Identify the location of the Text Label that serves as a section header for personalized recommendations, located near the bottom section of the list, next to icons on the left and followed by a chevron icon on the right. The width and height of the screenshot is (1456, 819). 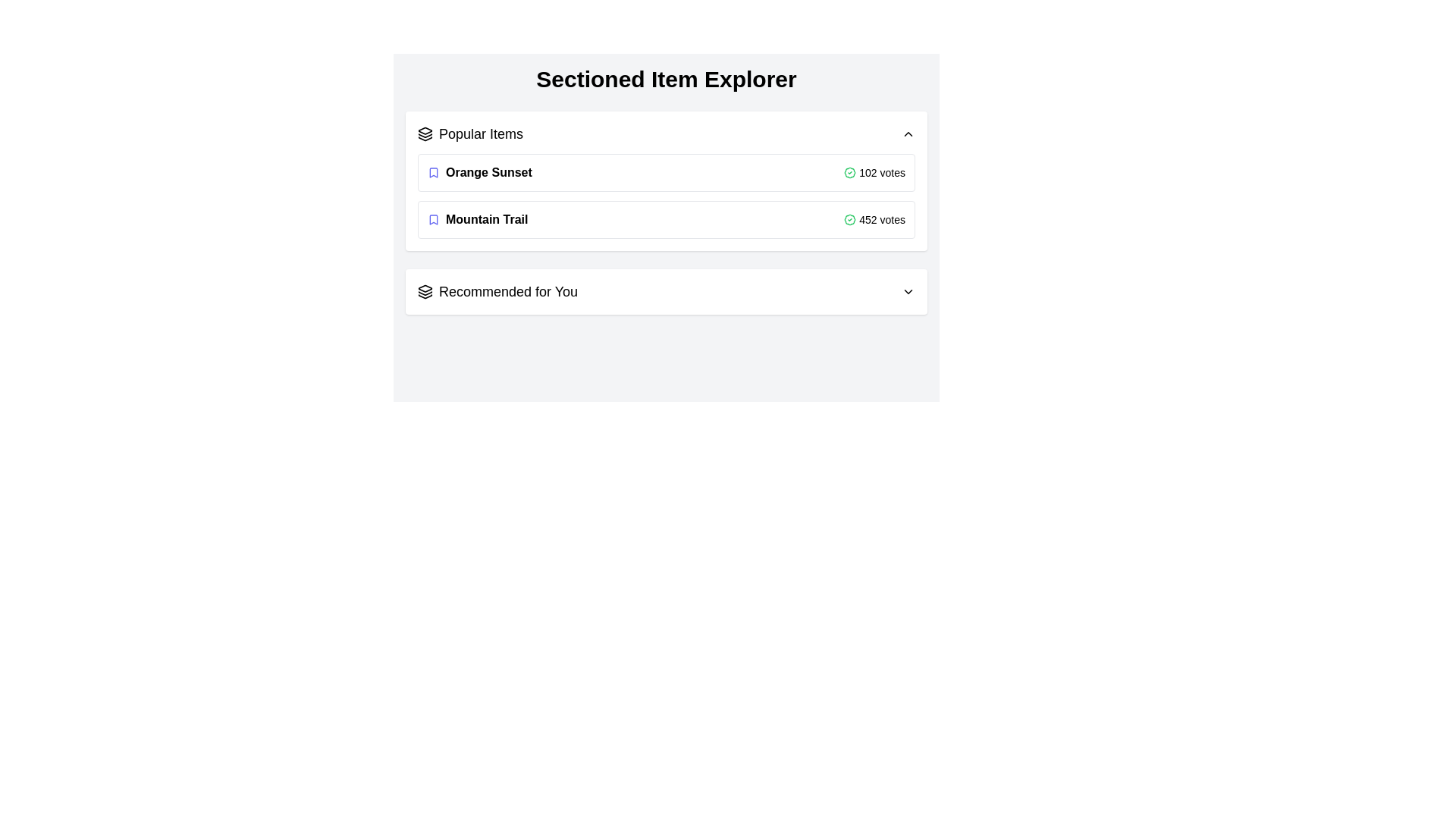
(497, 292).